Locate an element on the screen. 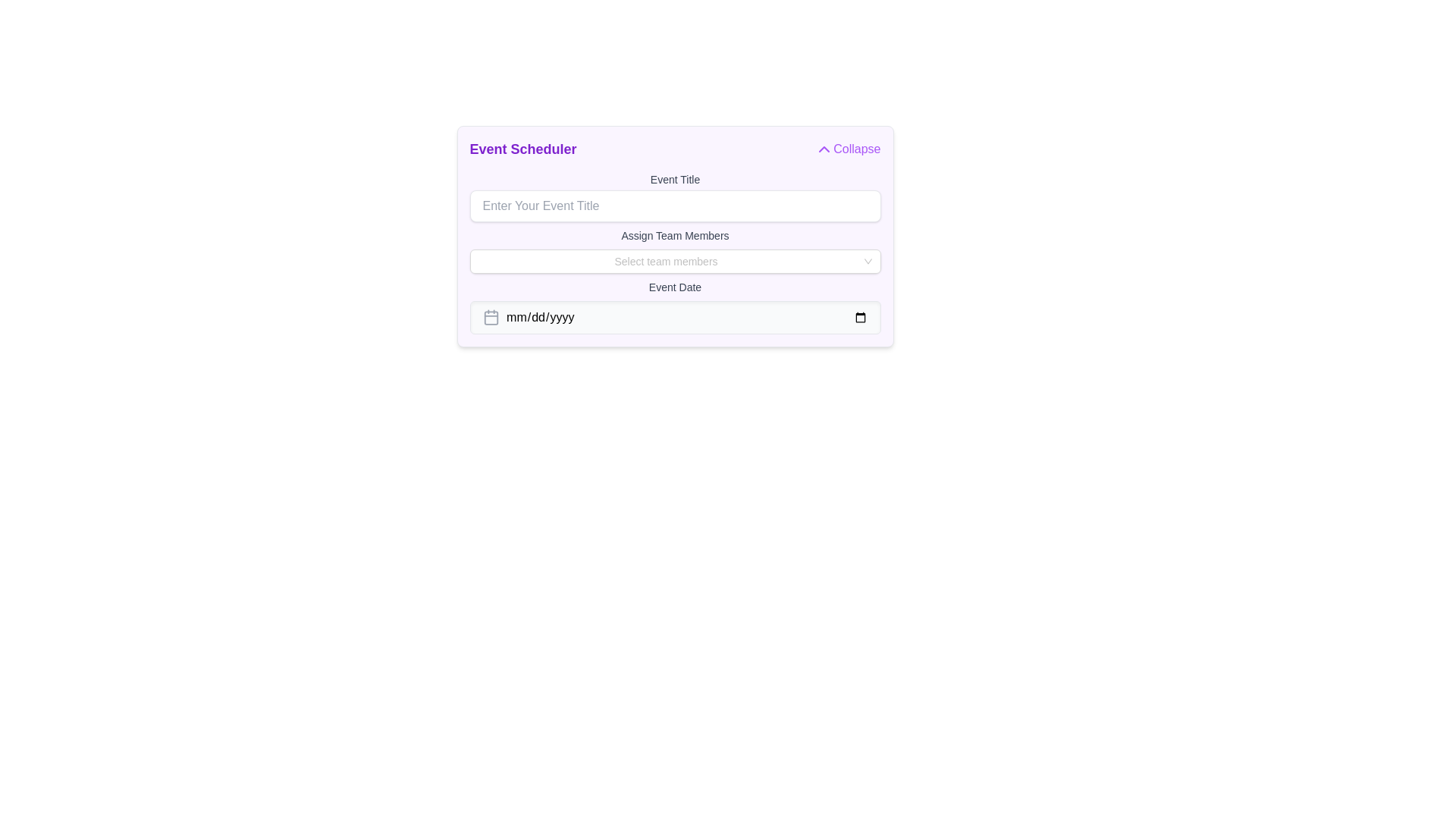 The height and width of the screenshot is (819, 1456). the calendar icon button located to the left of the 'Event Date' text box, which serves as a date picker functionality is located at coordinates (491, 317).